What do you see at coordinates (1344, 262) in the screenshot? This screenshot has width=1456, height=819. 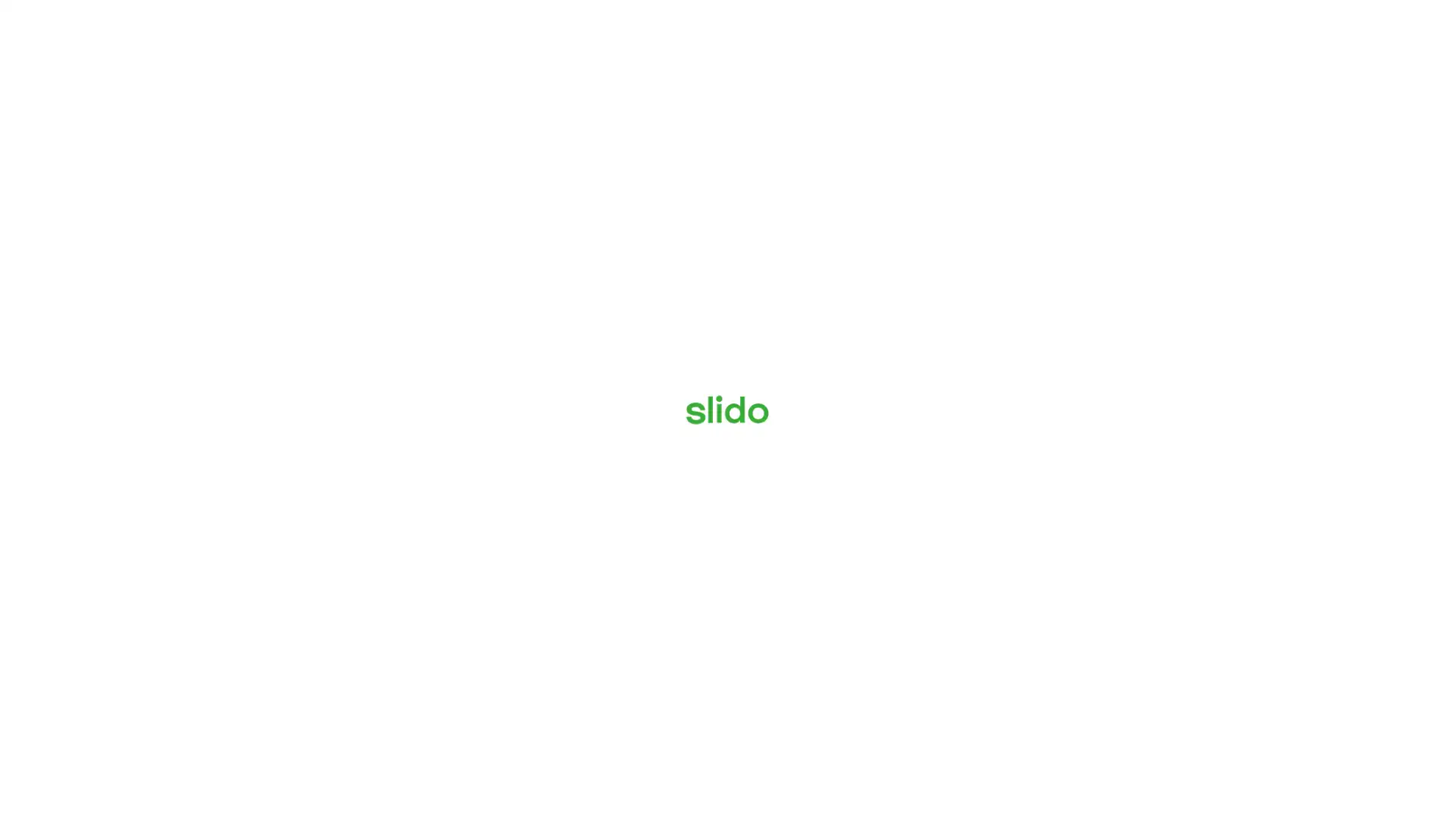 I see `29 votes, Upvote question` at bounding box center [1344, 262].